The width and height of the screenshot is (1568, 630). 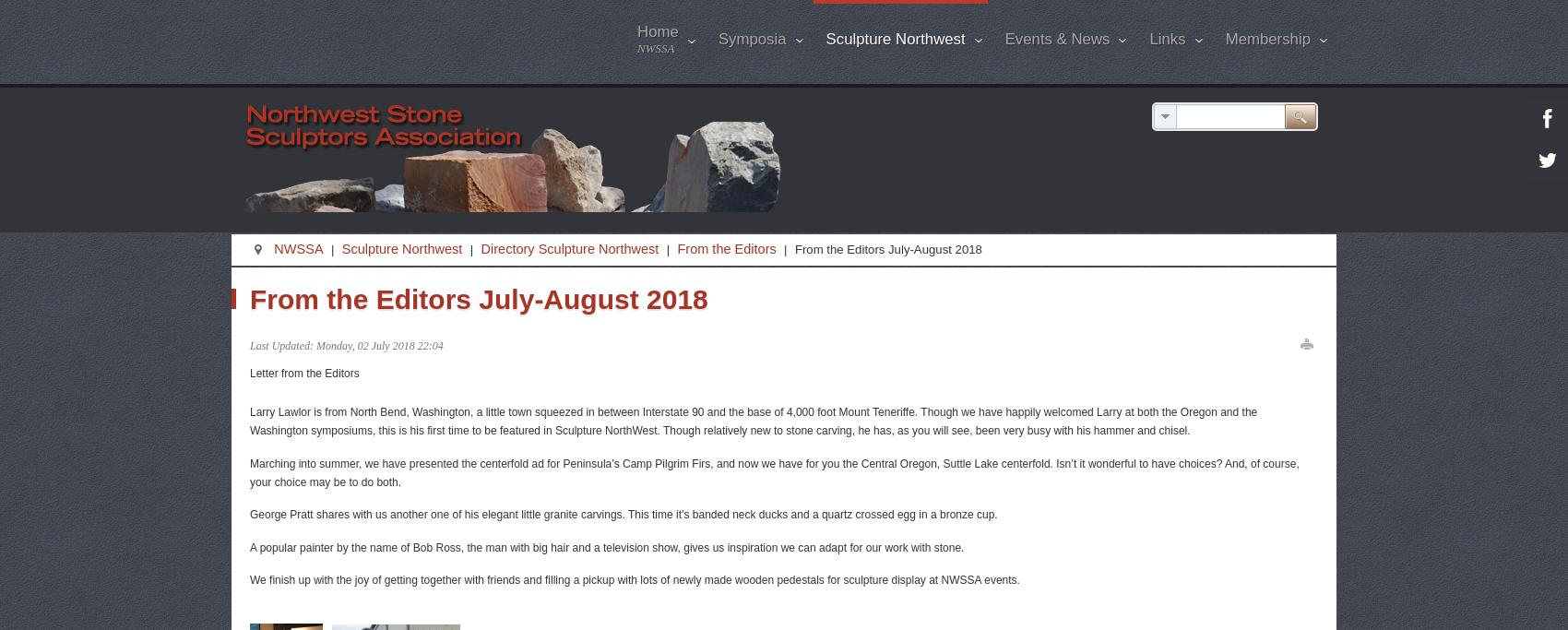 What do you see at coordinates (1194, 222) in the screenshot?
I see `'Tags'` at bounding box center [1194, 222].